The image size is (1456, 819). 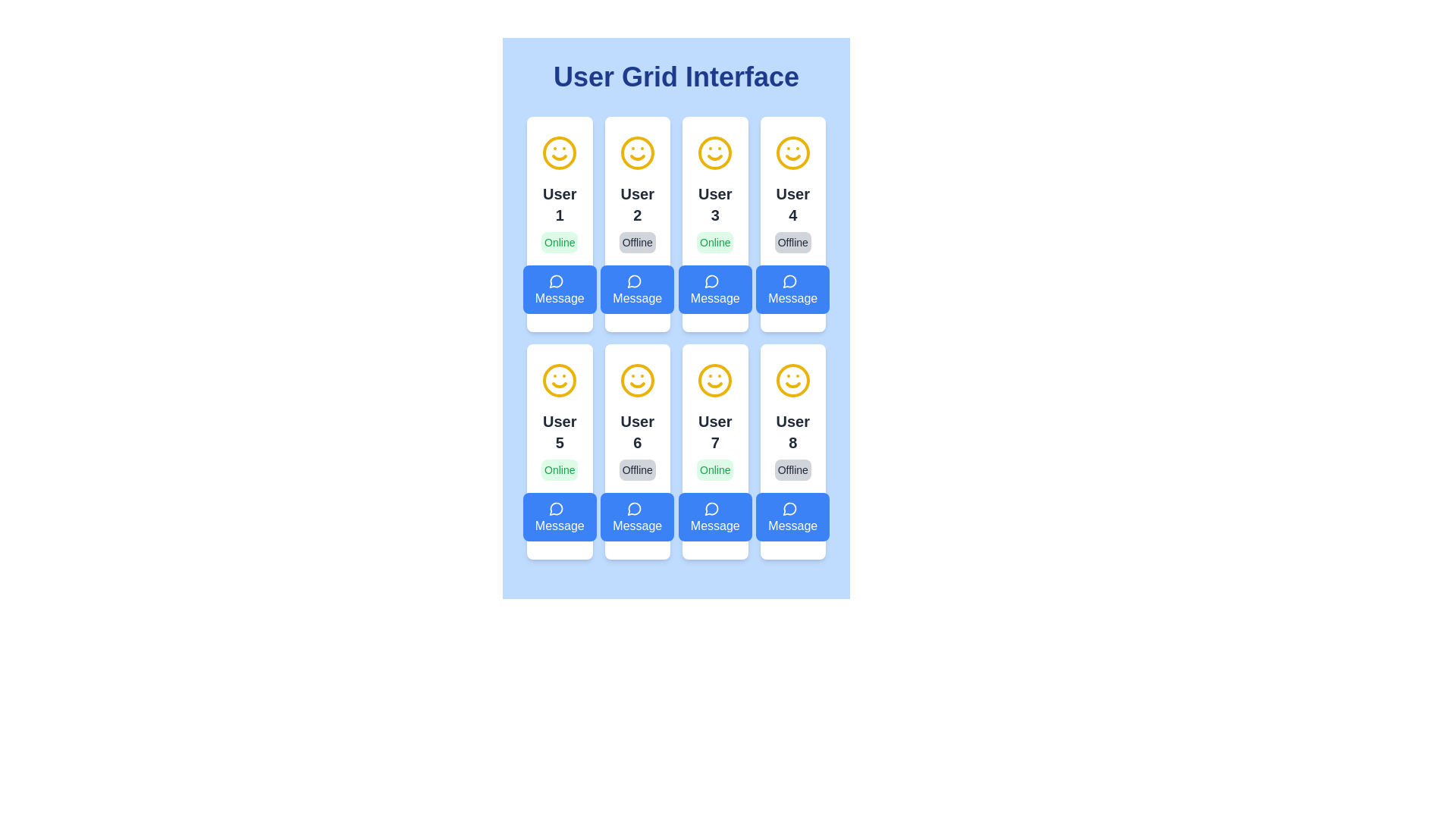 What do you see at coordinates (559, 152) in the screenshot?
I see `the SVG circle element that forms the outer structure of the smiley face icon located in the top section of the card labeled 'User 1', within the first column and first row of the grid layout` at bounding box center [559, 152].